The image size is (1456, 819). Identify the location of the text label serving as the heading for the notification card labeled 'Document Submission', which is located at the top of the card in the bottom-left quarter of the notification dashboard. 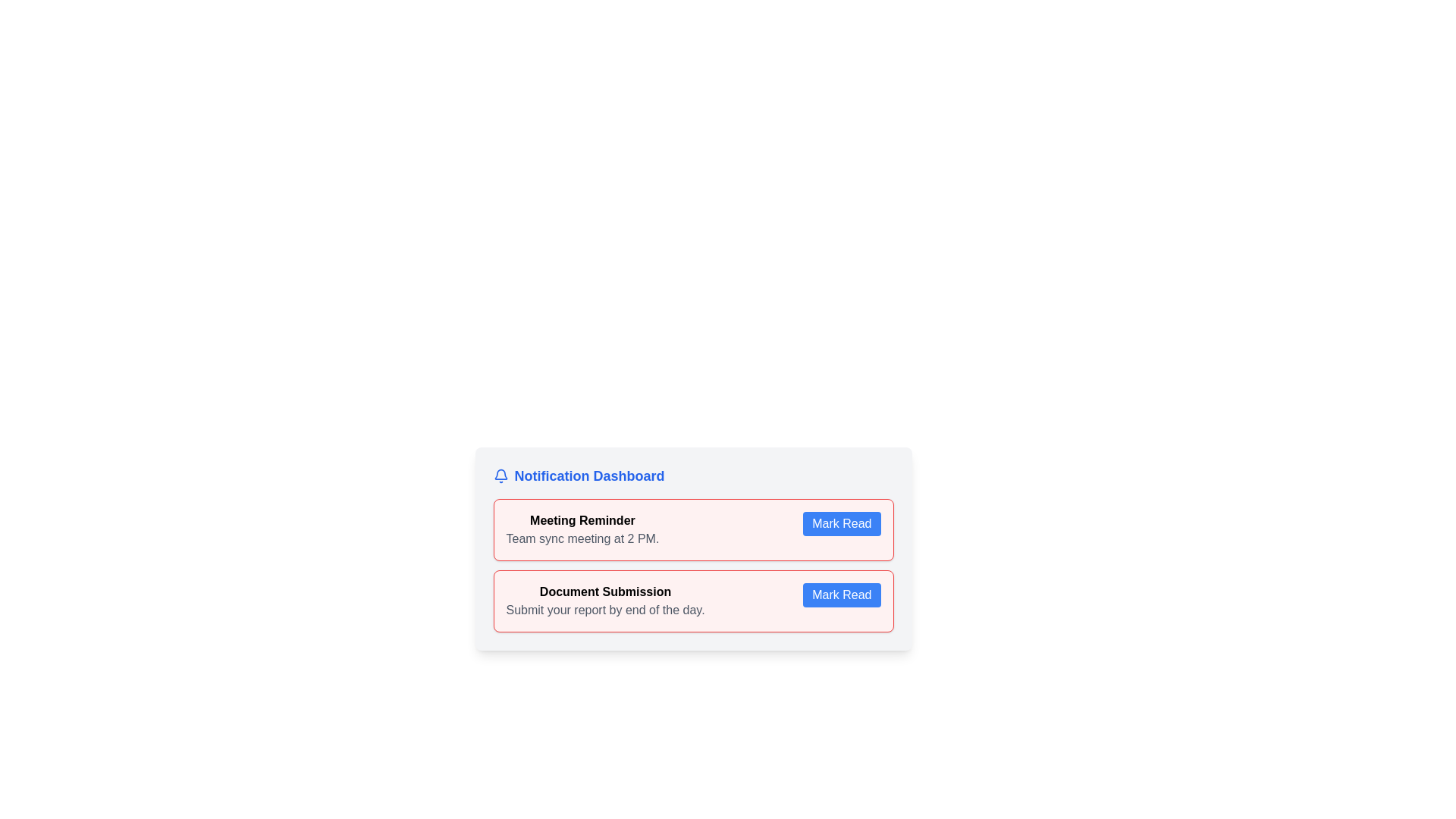
(604, 591).